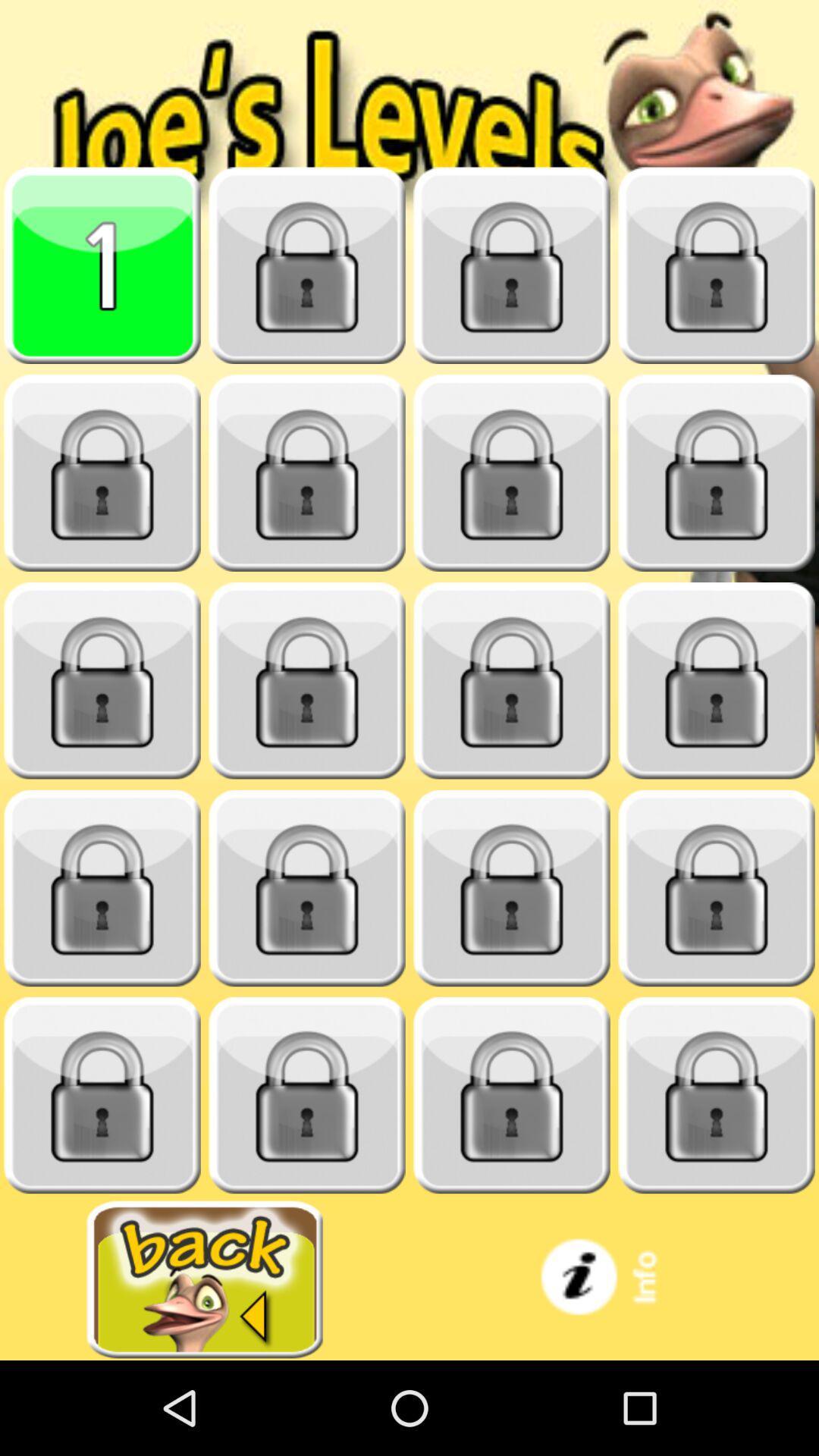 The height and width of the screenshot is (1456, 819). I want to click on closed, so click(102, 1095).